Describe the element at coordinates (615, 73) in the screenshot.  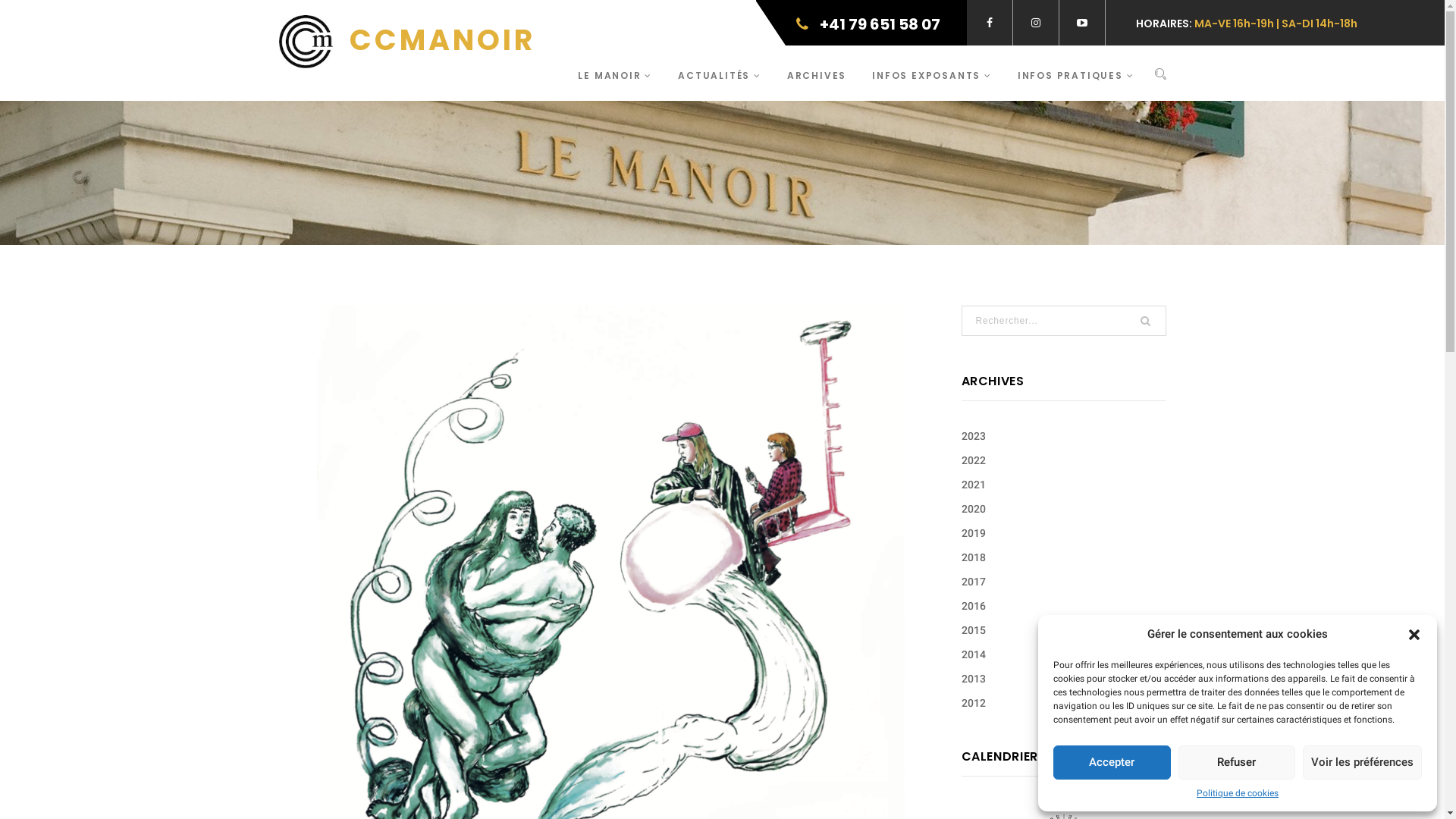
I see `'LE MANOIR'` at that location.